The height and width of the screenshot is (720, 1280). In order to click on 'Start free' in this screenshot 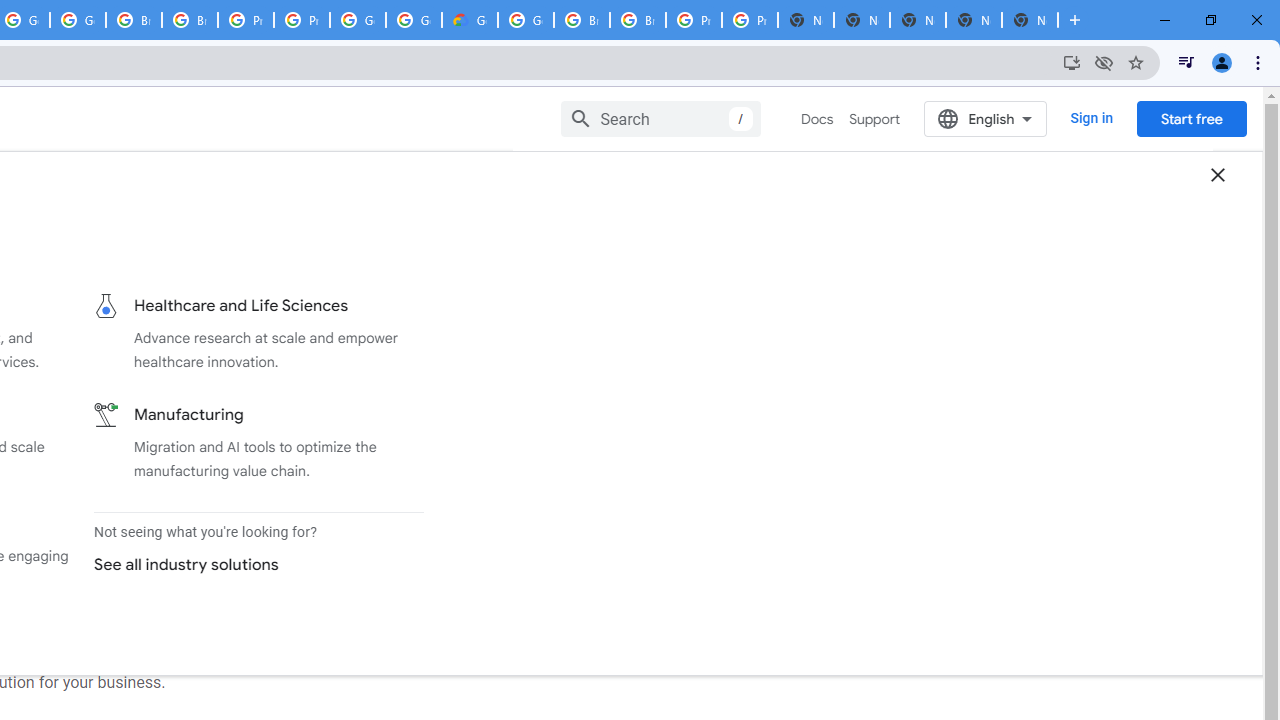, I will do `click(1191, 118)`.